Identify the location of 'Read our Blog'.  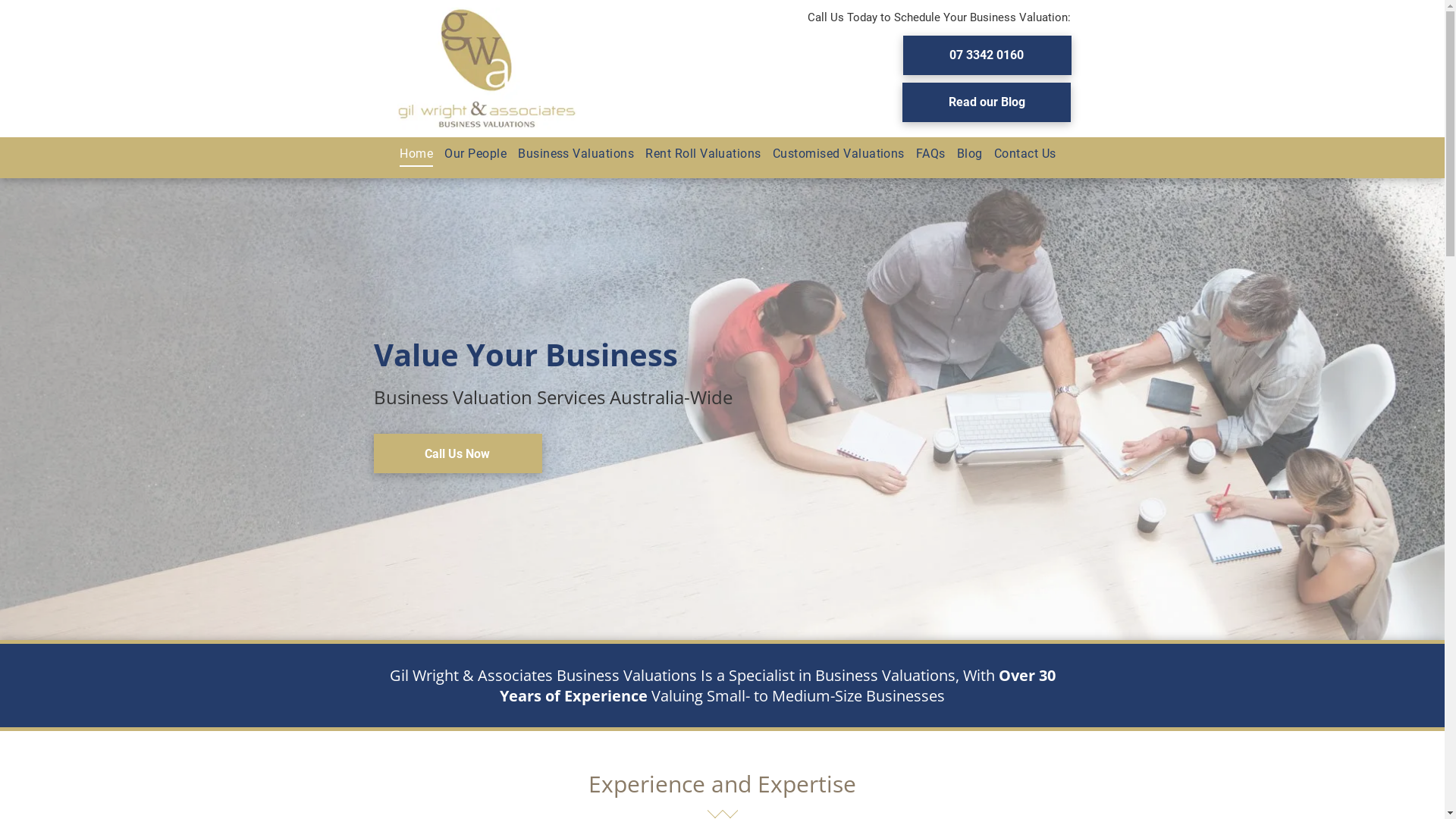
(986, 102).